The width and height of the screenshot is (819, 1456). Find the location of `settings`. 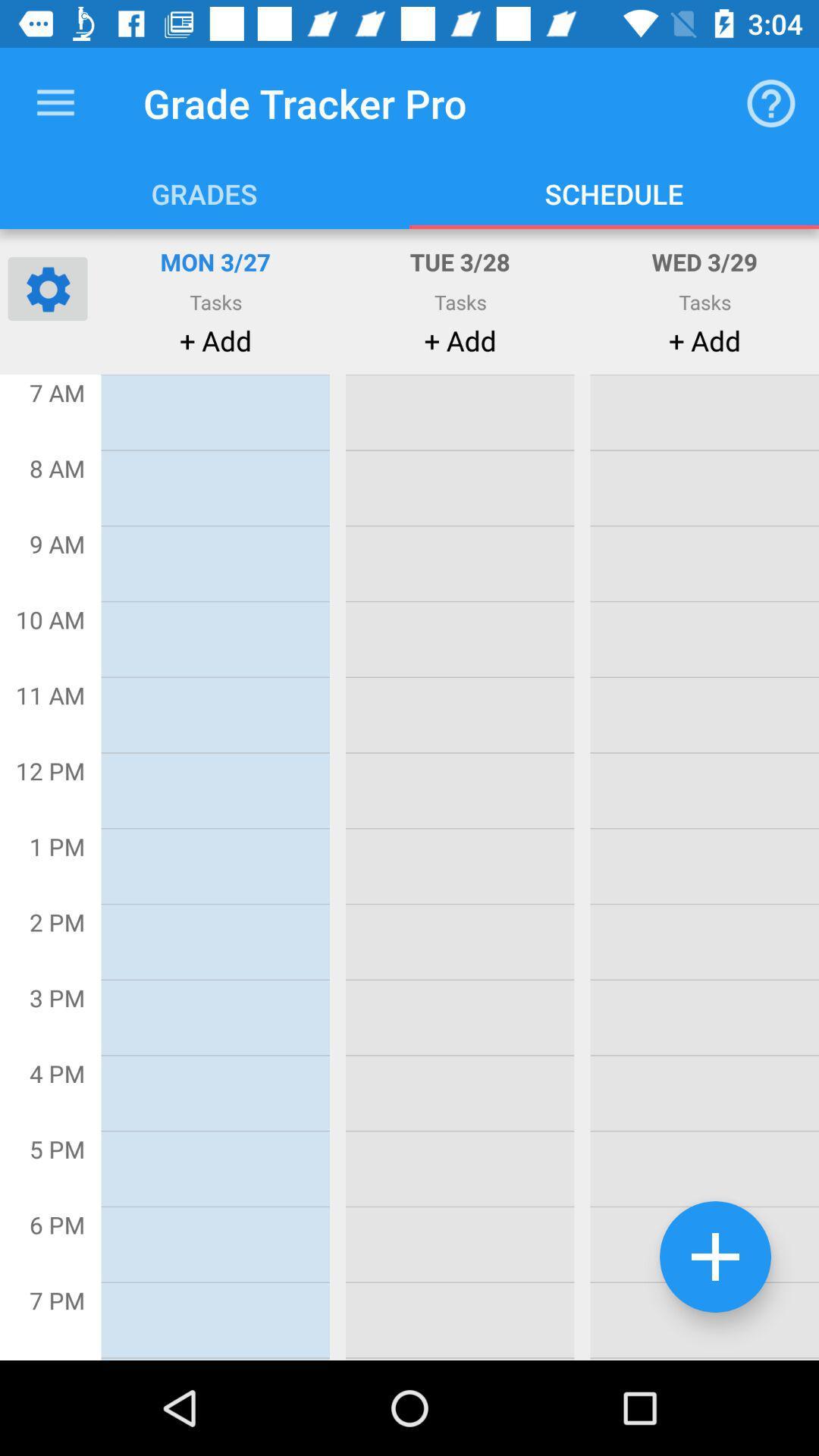

settings is located at coordinates (46, 288).